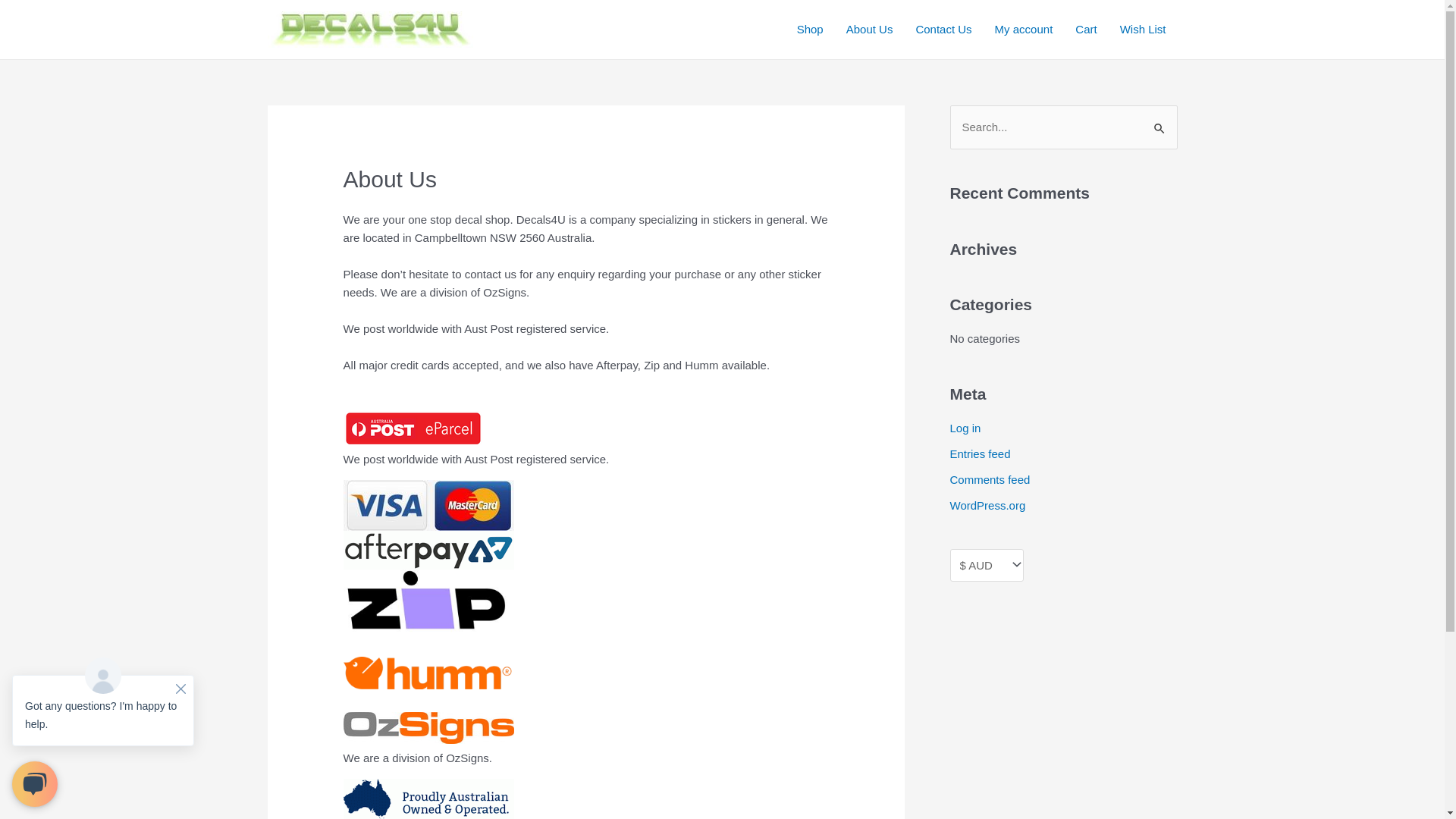  I want to click on 'About Us', so click(870, 29).